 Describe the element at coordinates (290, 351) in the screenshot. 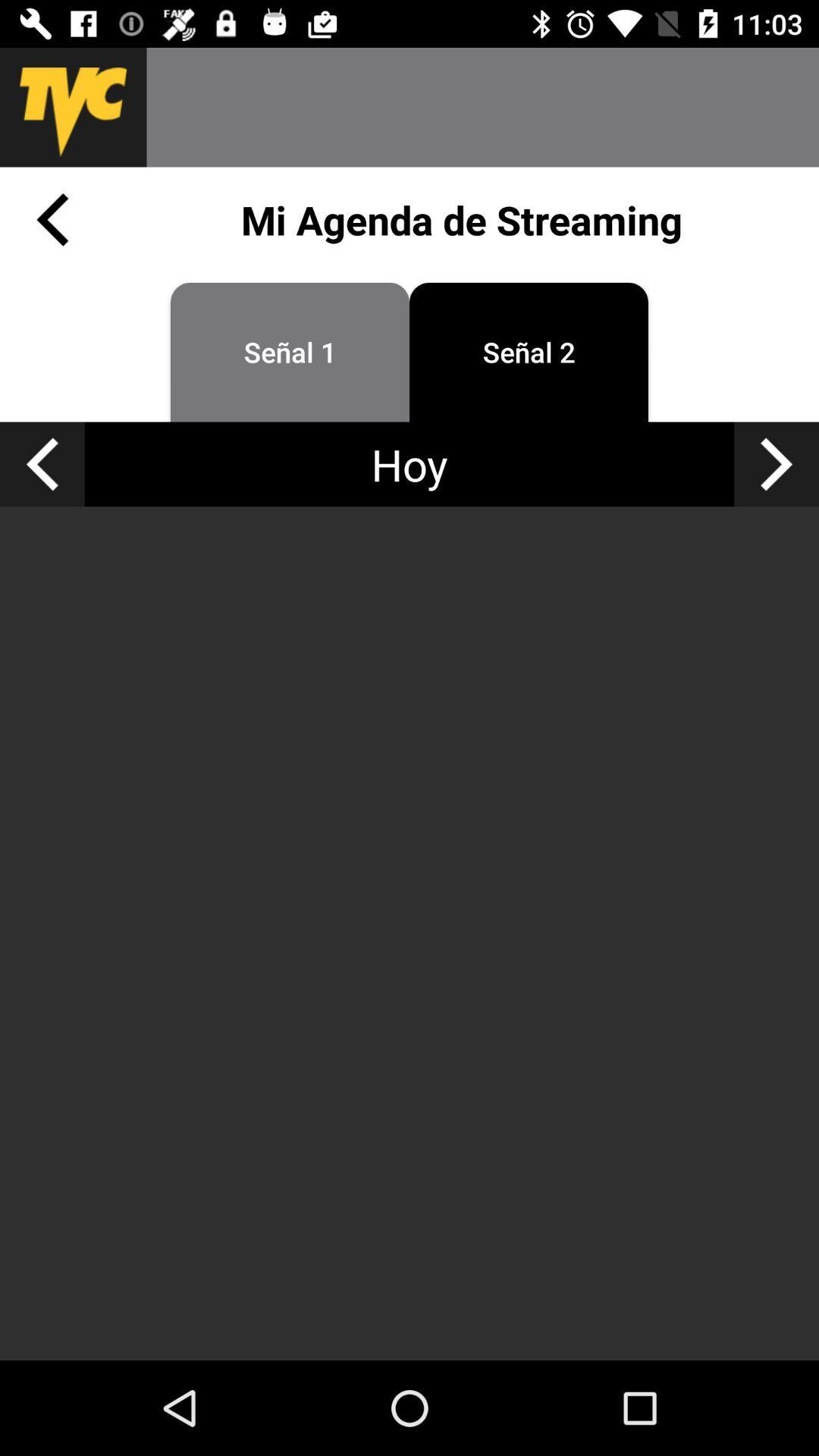

I see `item above the hoy app` at that location.